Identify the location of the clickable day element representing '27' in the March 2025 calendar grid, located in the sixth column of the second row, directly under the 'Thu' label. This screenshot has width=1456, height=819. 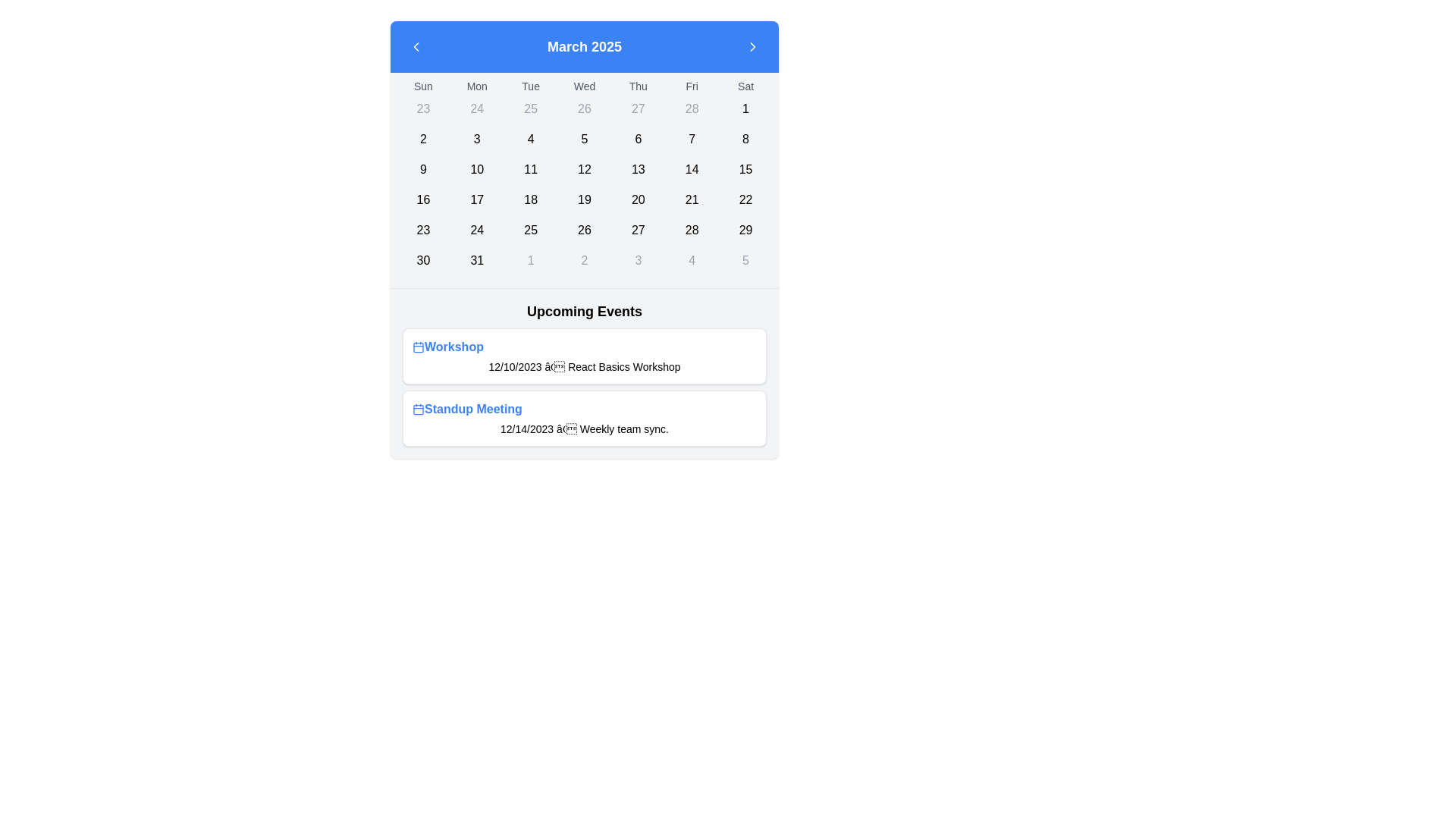
(638, 108).